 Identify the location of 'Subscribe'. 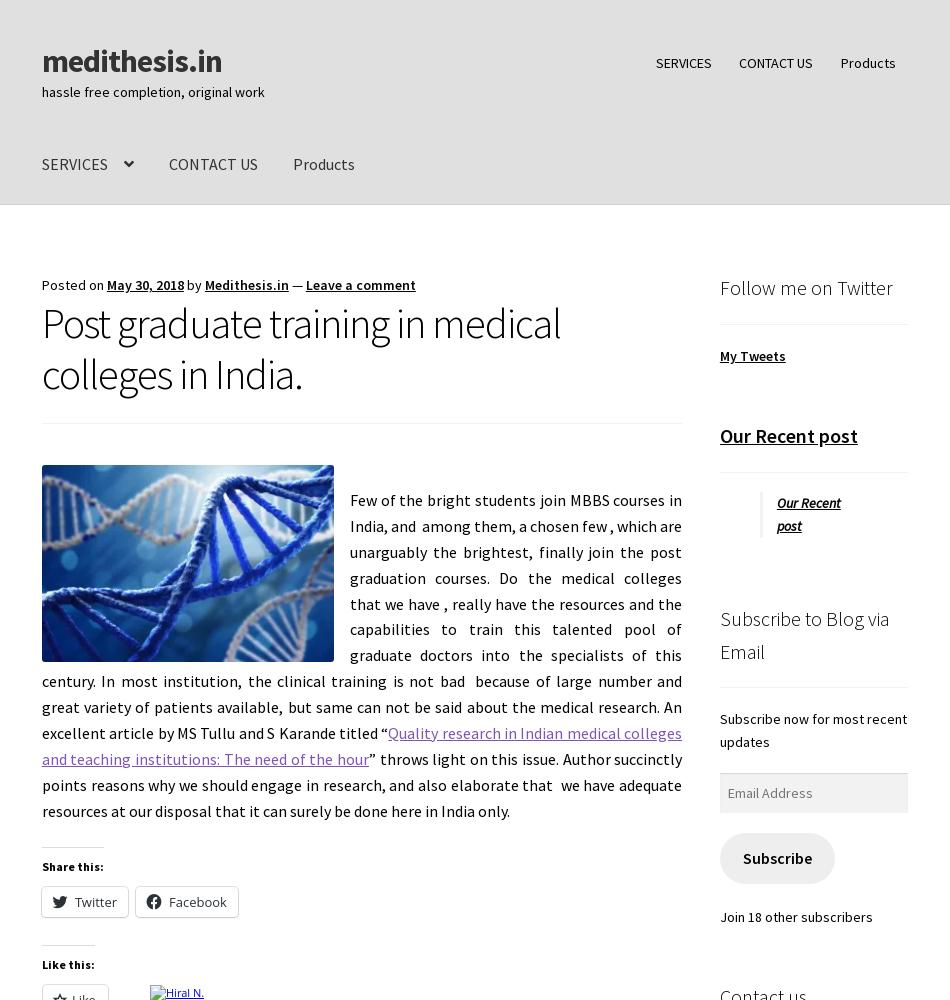
(775, 856).